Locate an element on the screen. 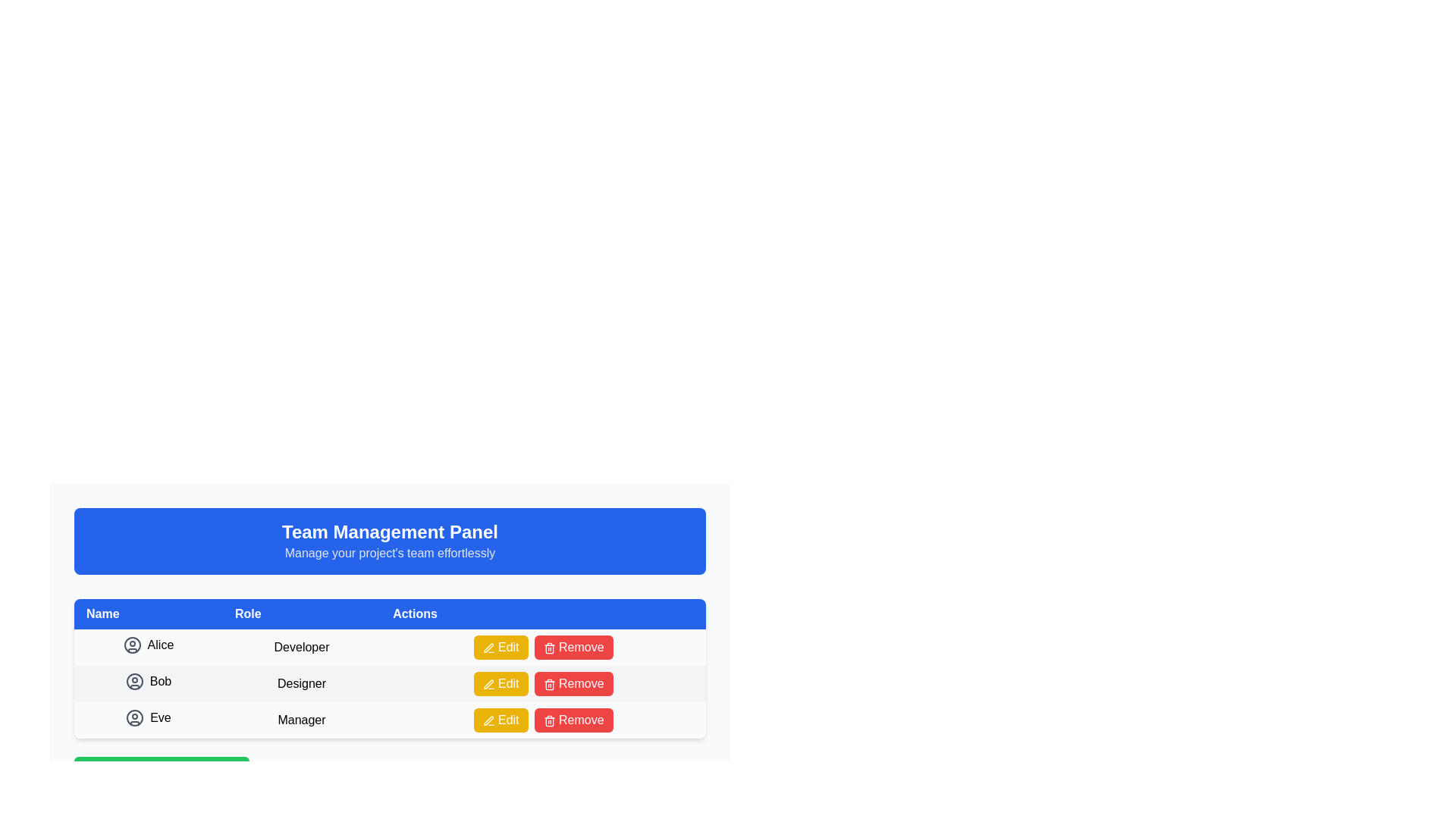 This screenshot has height=819, width=1456. the second row in the team members table that displays the entry for 'Bob', who is a 'Designer' is located at coordinates (390, 684).